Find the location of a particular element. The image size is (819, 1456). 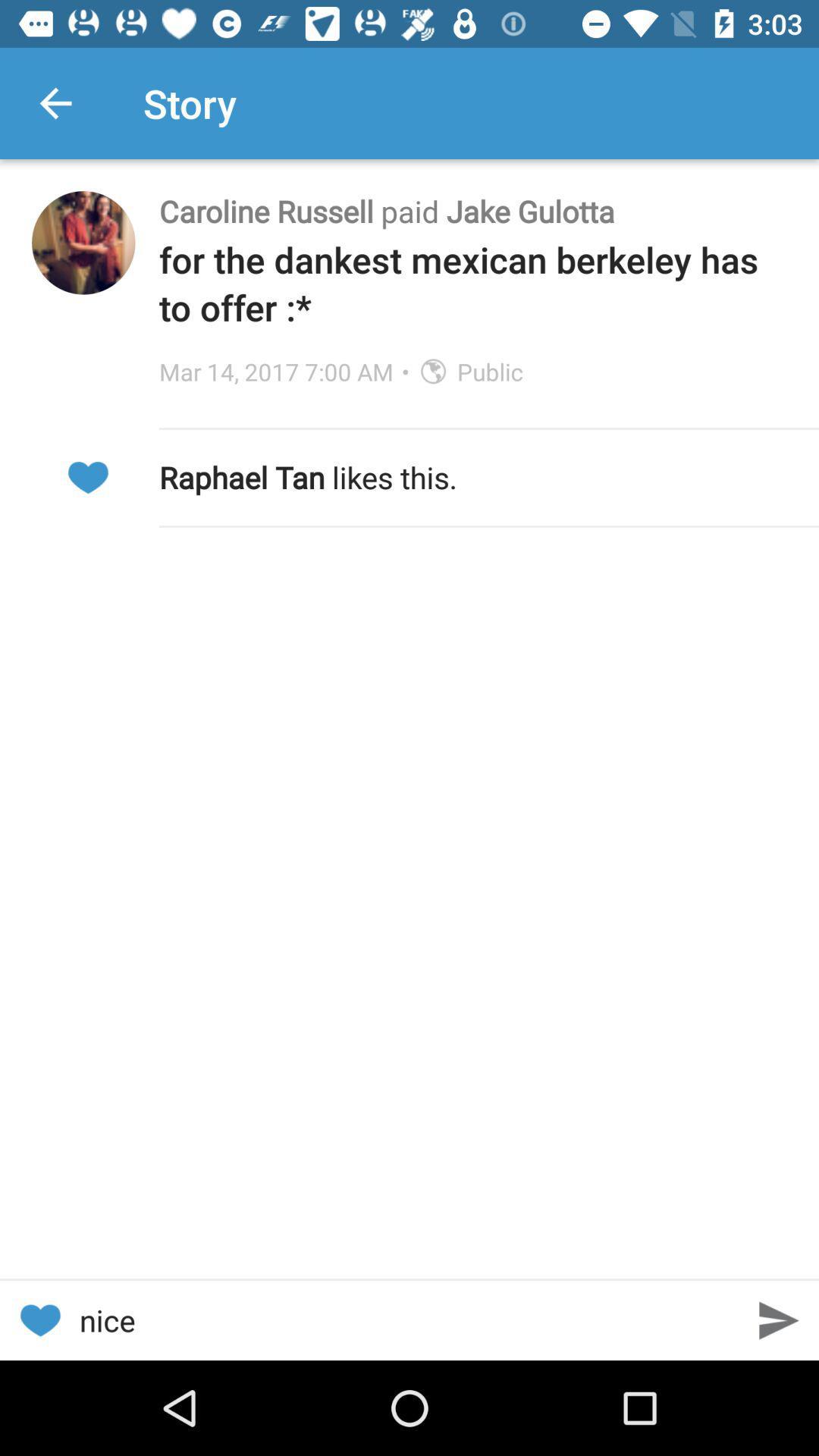

the item at the bottom right corner is located at coordinates (779, 1319).